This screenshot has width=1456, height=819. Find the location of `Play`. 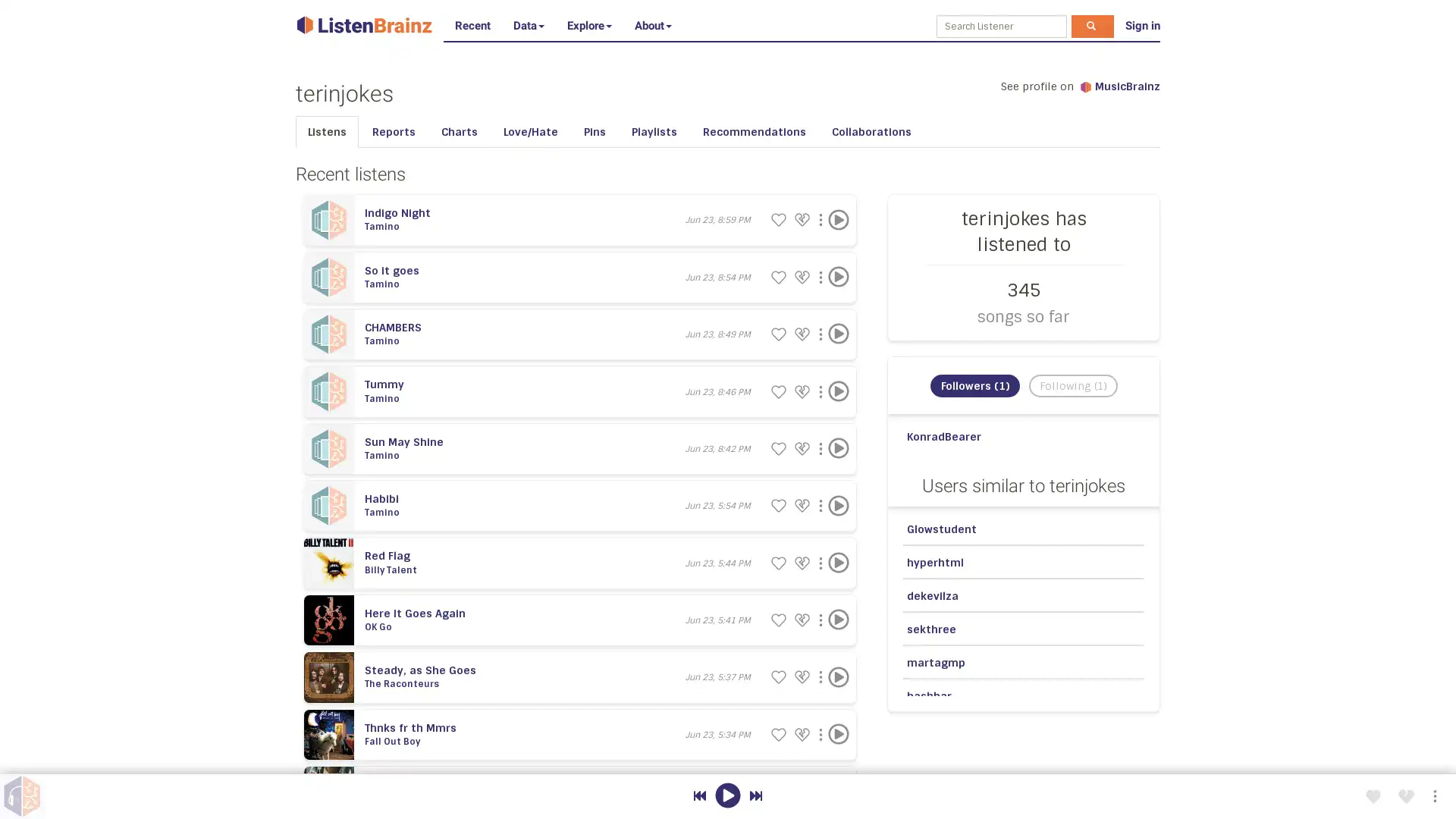

Play is located at coordinates (837, 447).